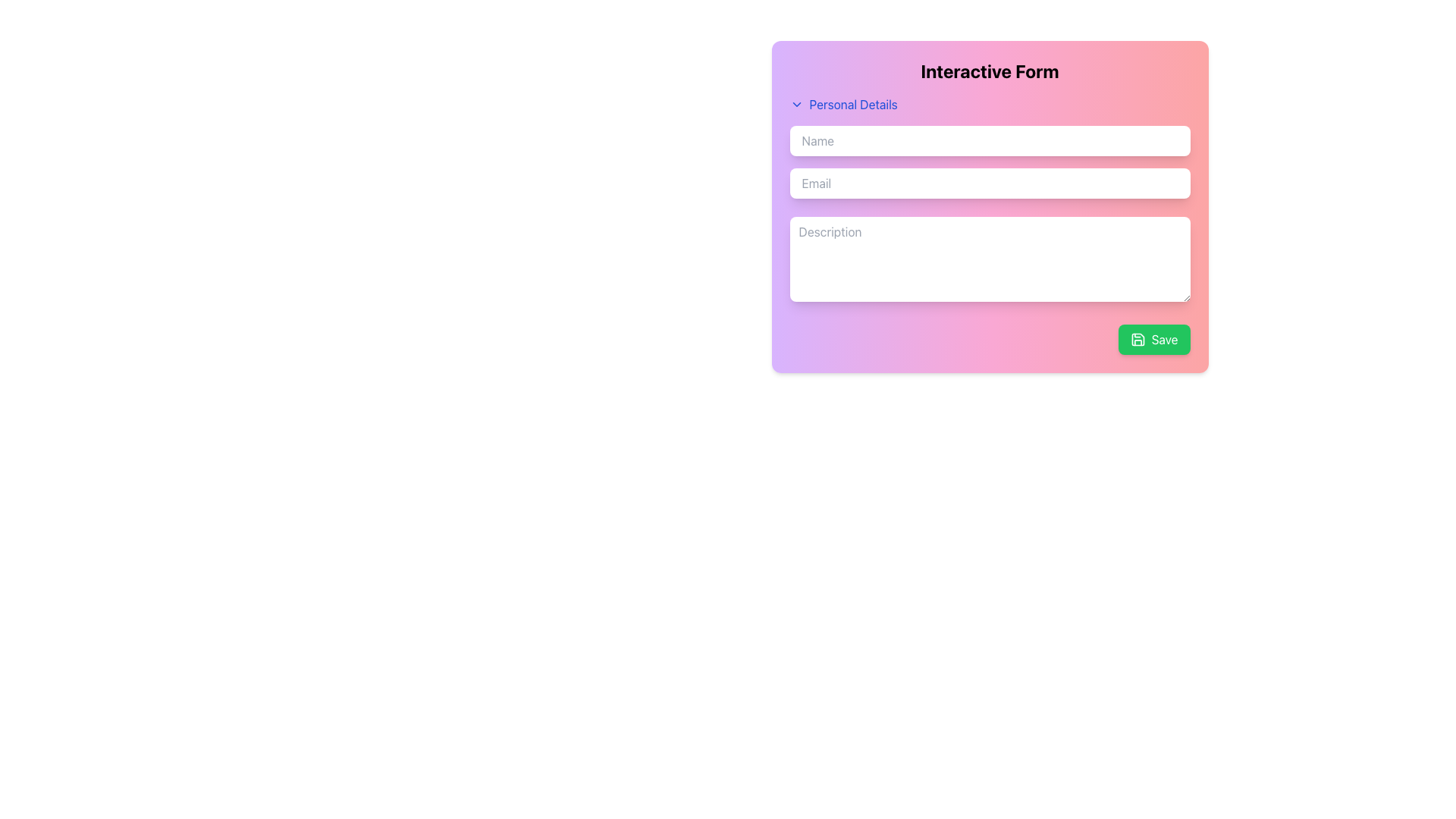 The image size is (1456, 819). I want to click on the downward-facing chevron icon located to the left of the 'Personal Details' label, so click(795, 104).